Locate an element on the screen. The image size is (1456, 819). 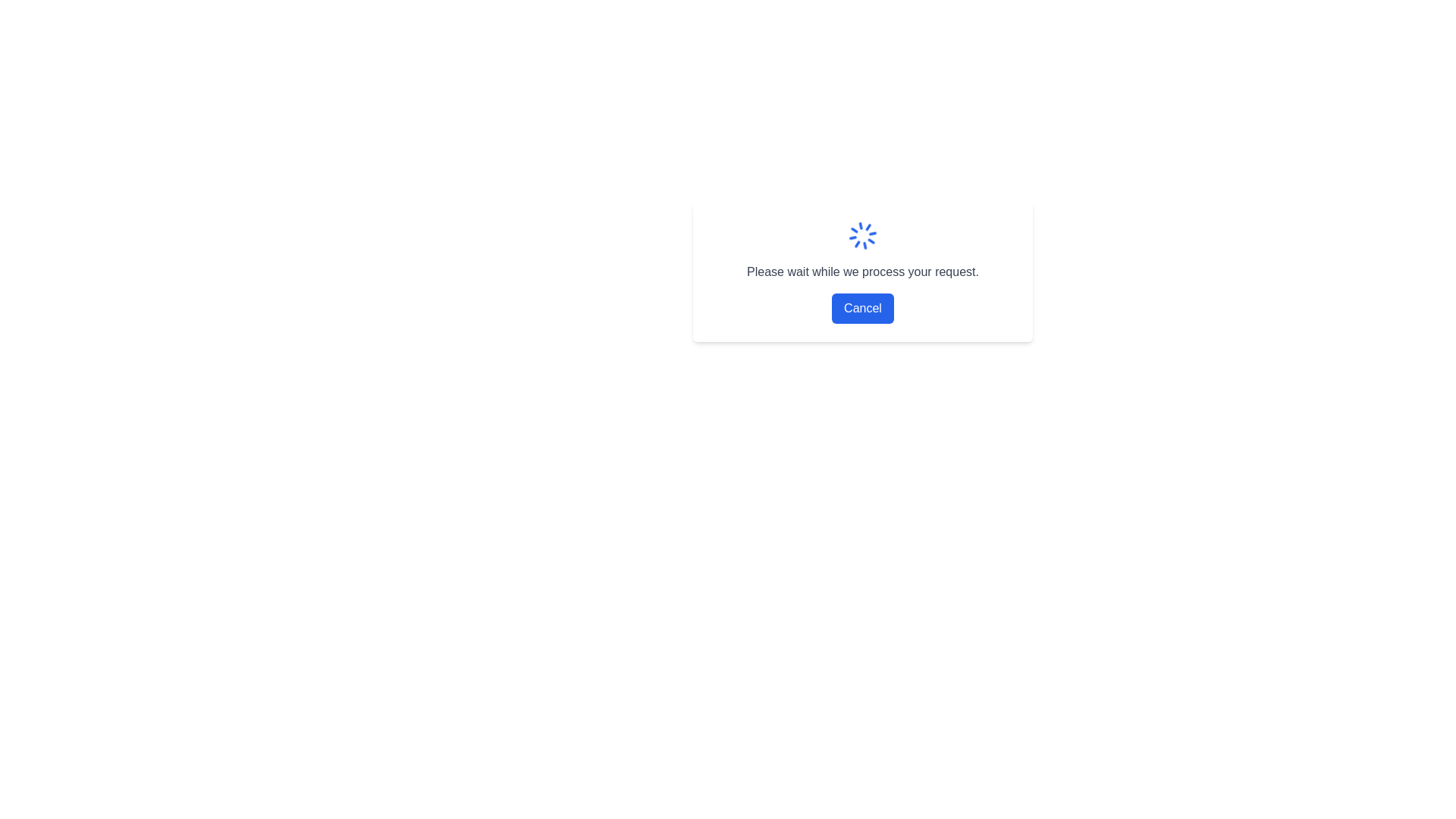
the informational Text label indicating that the system is processing the user's request, located between the loading spinner and the 'Cancel' button is located at coordinates (862, 271).